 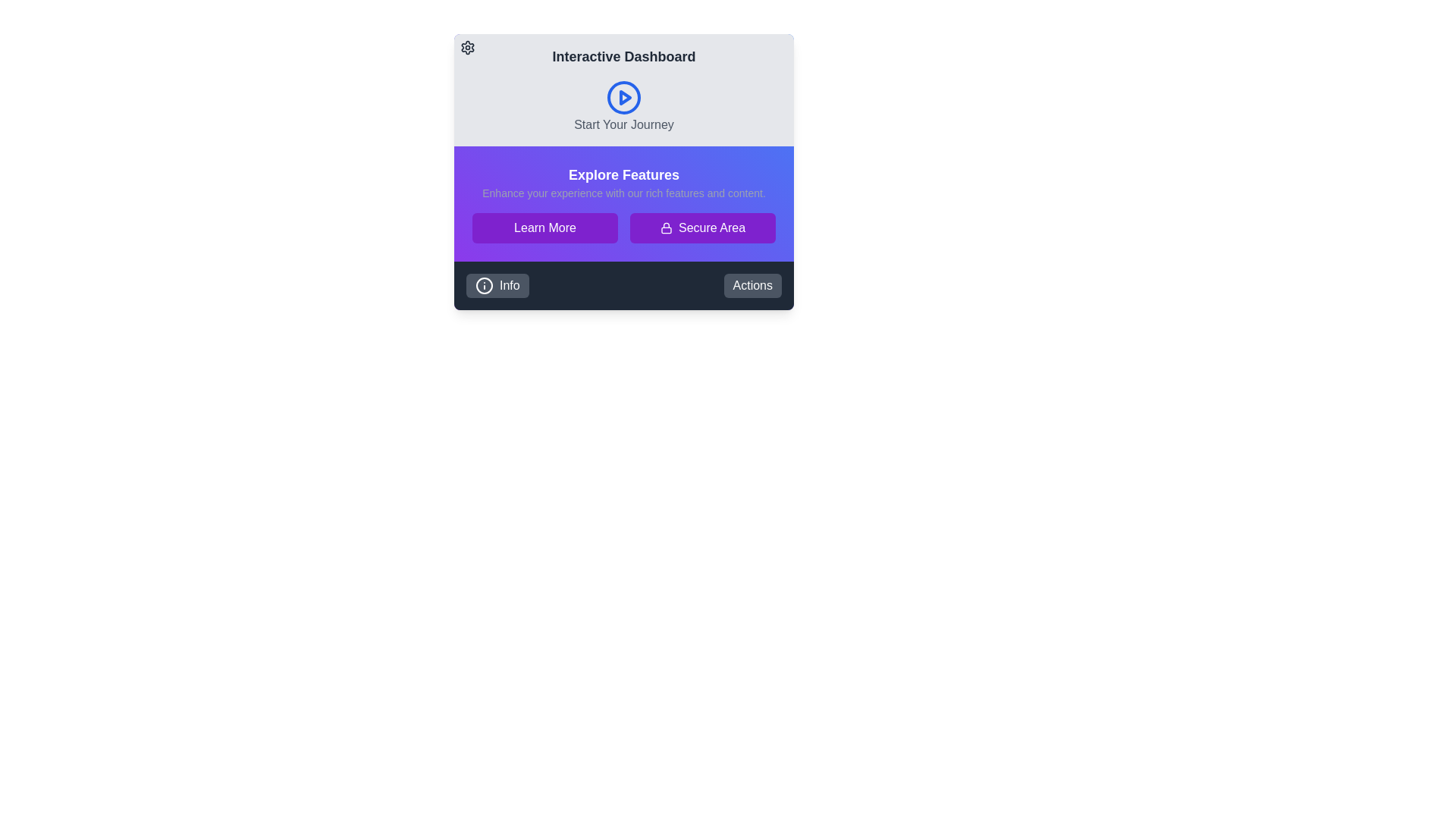 What do you see at coordinates (467, 46) in the screenshot?
I see `the gear icon button located in the top-left corner of the light gray header of the 'Interactive Dashboard' card` at bounding box center [467, 46].